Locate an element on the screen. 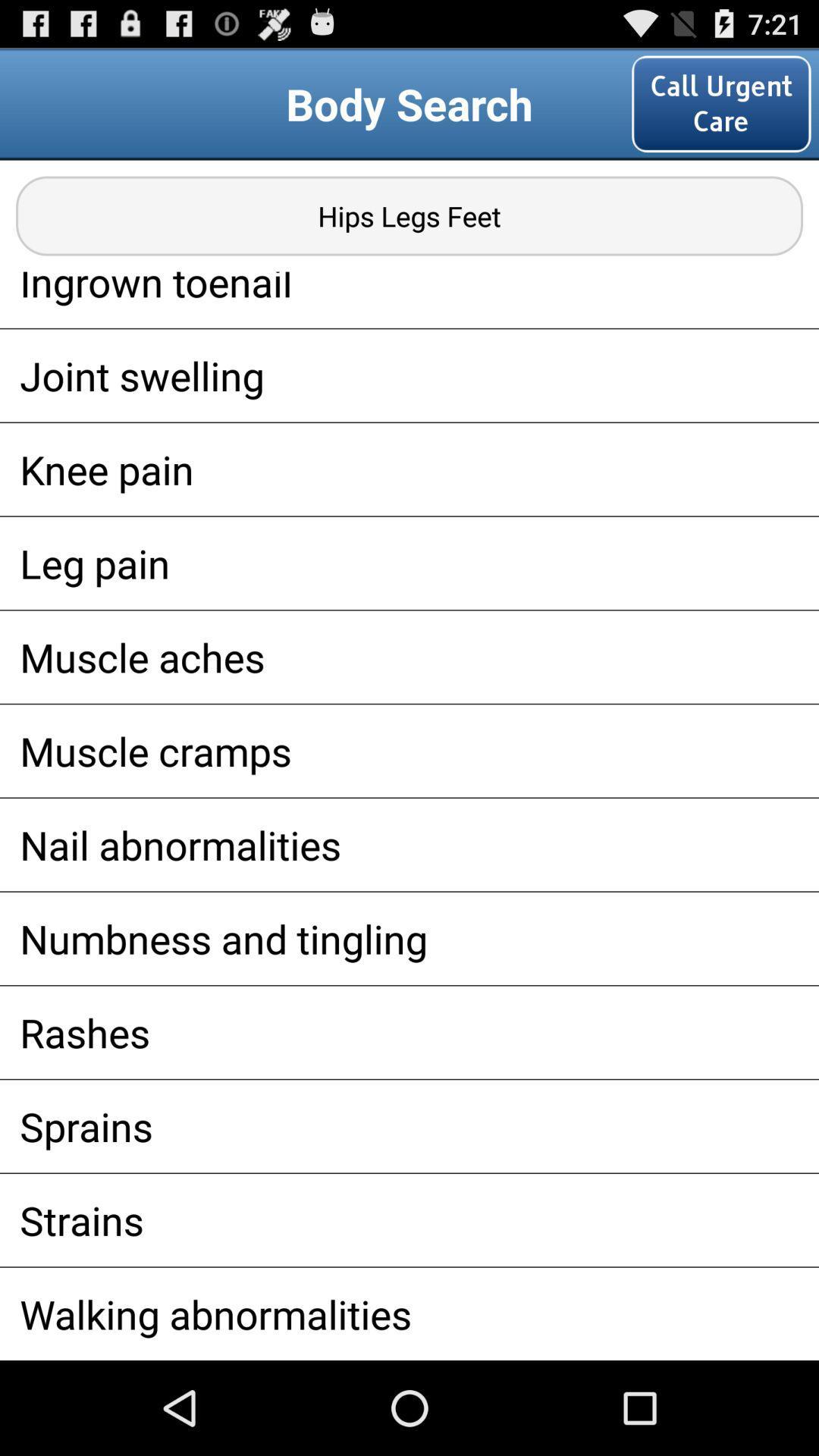  the call urgent care is located at coordinates (720, 103).